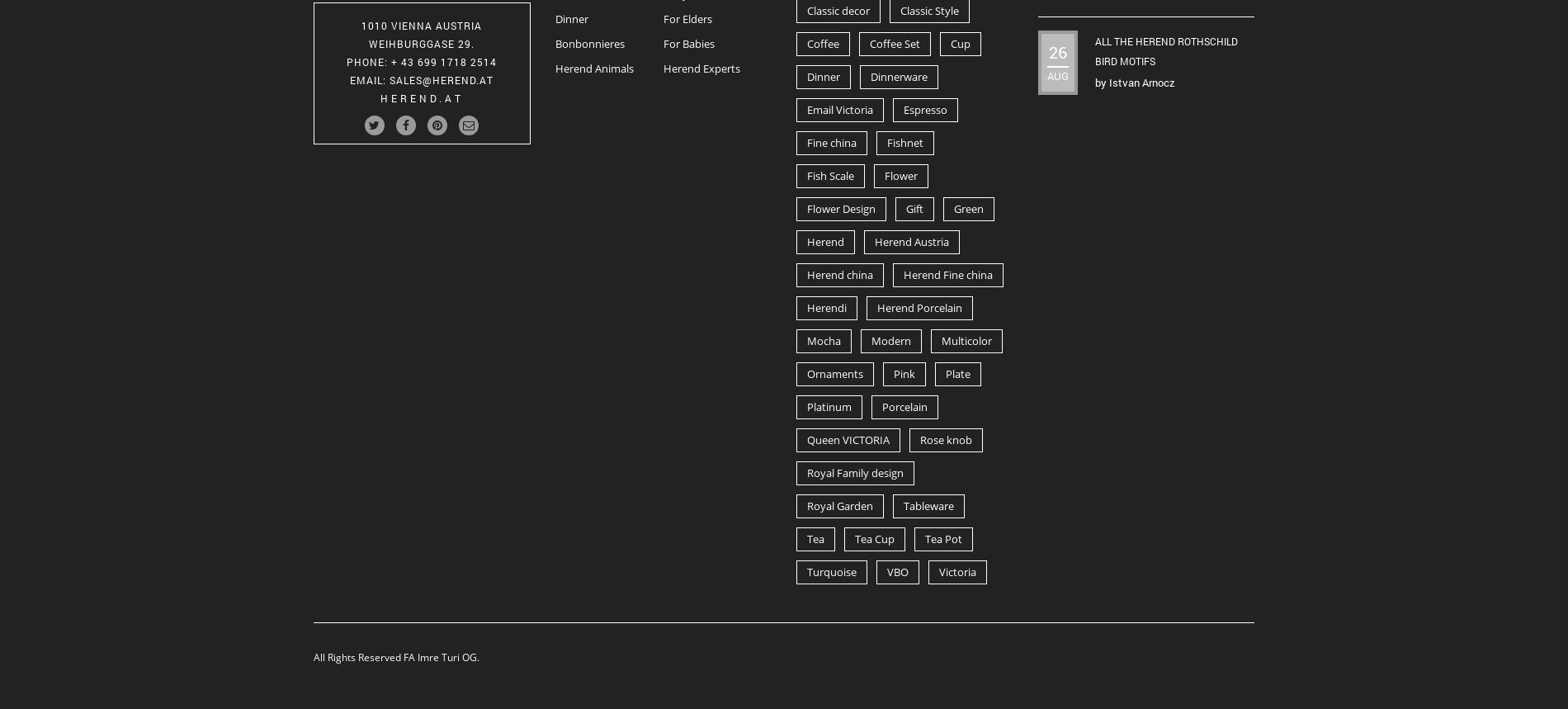 The height and width of the screenshot is (709, 1568). Describe the element at coordinates (831, 571) in the screenshot. I see `'Turquoise'` at that location.